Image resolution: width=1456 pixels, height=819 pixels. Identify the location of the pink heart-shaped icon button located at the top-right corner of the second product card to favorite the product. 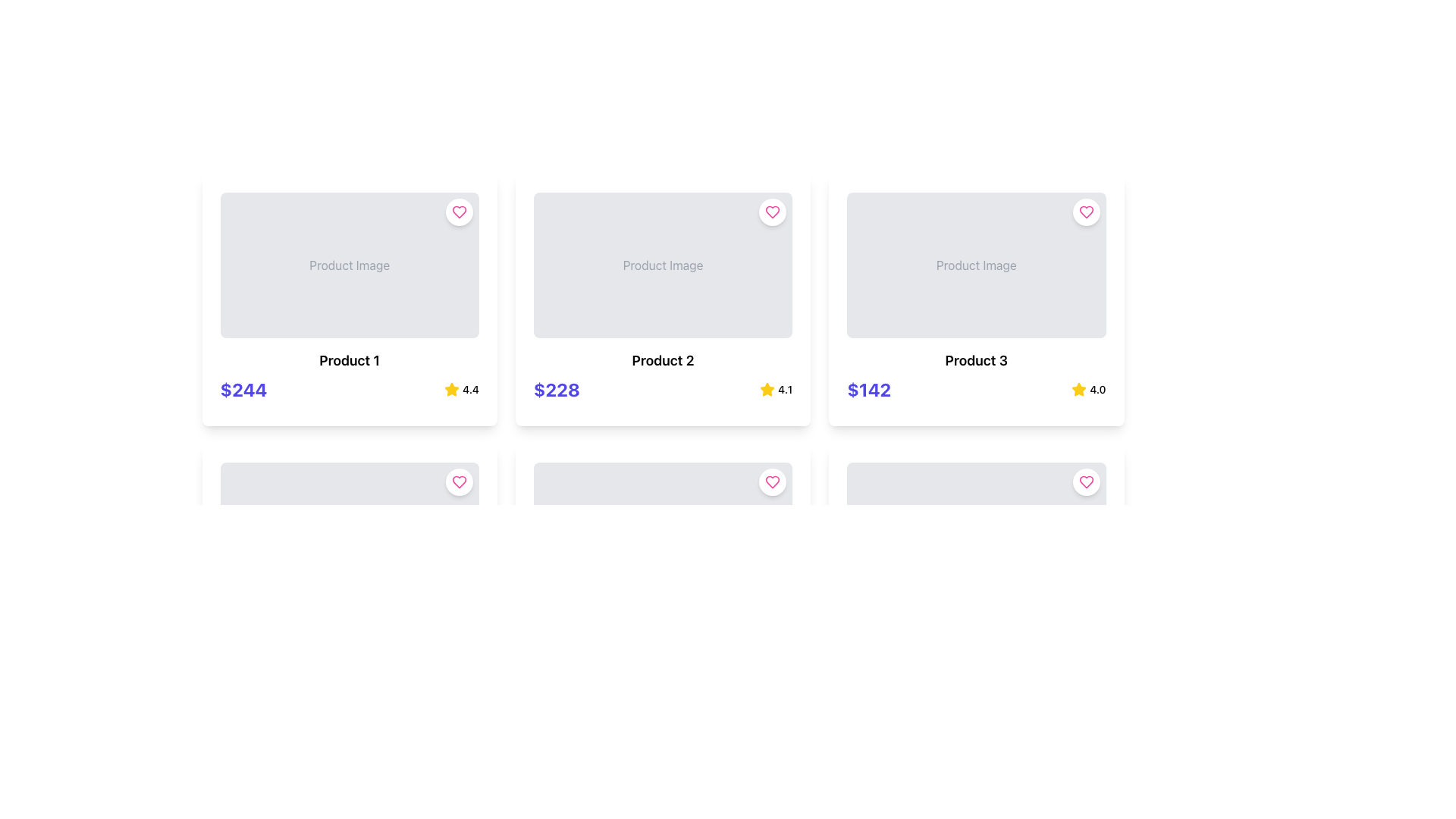
(773, 212).